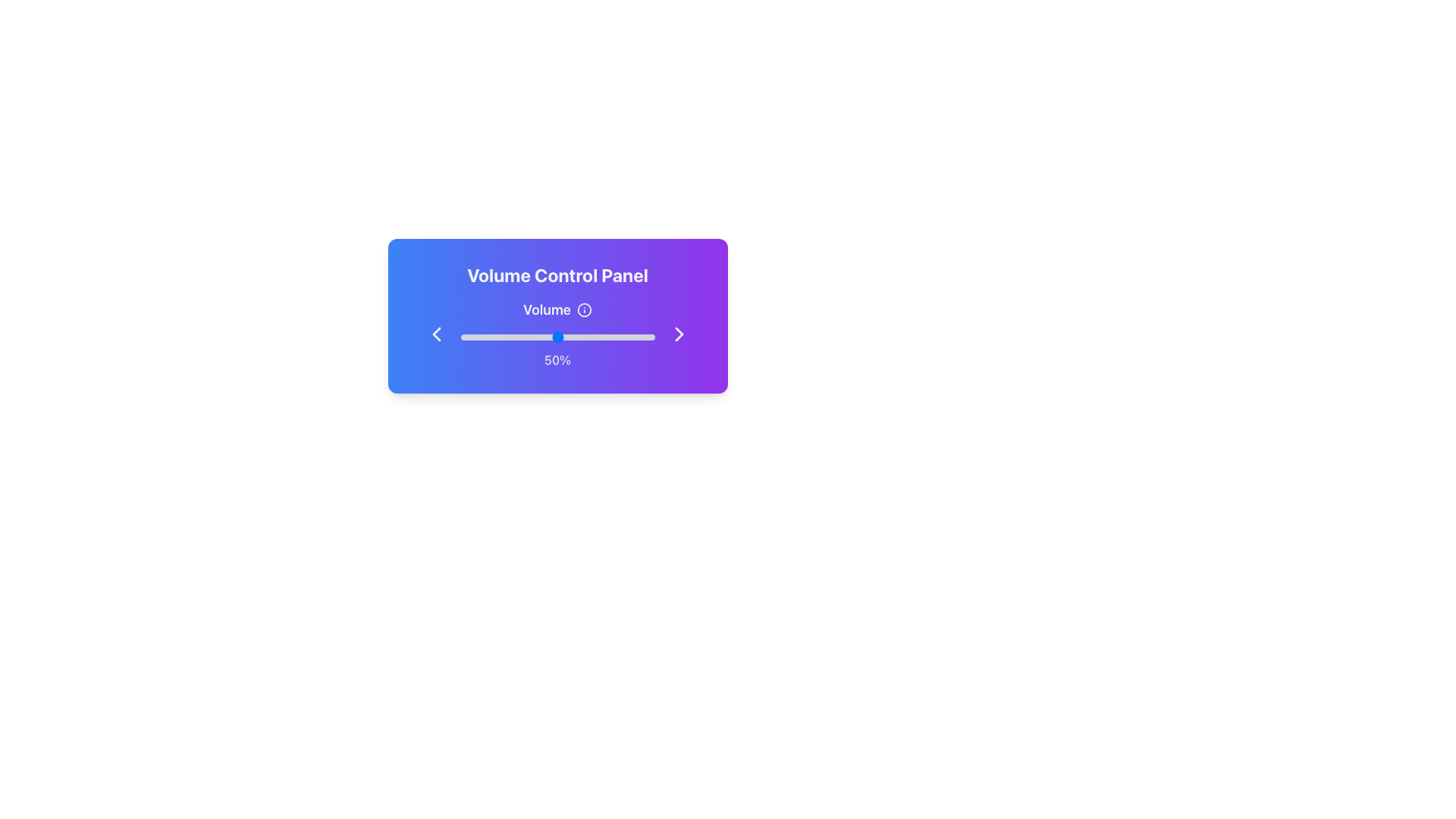  What do you see at coordinates (626, 336) in the screenshot?
I see `the volume level` at bounding box center [626, 336].